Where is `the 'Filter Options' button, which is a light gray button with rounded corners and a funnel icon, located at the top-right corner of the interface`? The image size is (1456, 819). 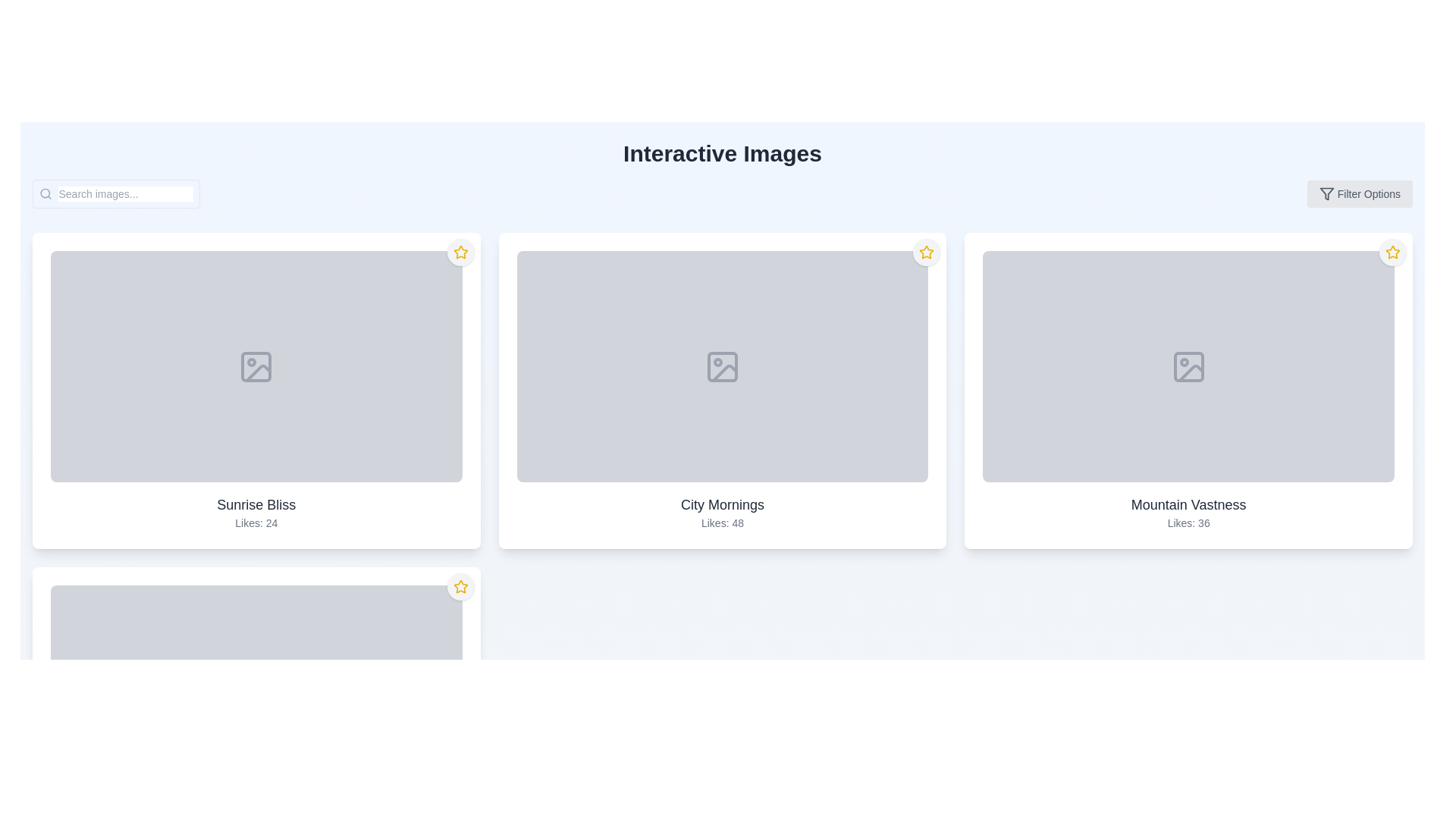
the 'Filter Options' button, which is a light gray button with rounded corners and a funnel icon, located at the top-right corner of the interface is located at coordinates (1360, 193).